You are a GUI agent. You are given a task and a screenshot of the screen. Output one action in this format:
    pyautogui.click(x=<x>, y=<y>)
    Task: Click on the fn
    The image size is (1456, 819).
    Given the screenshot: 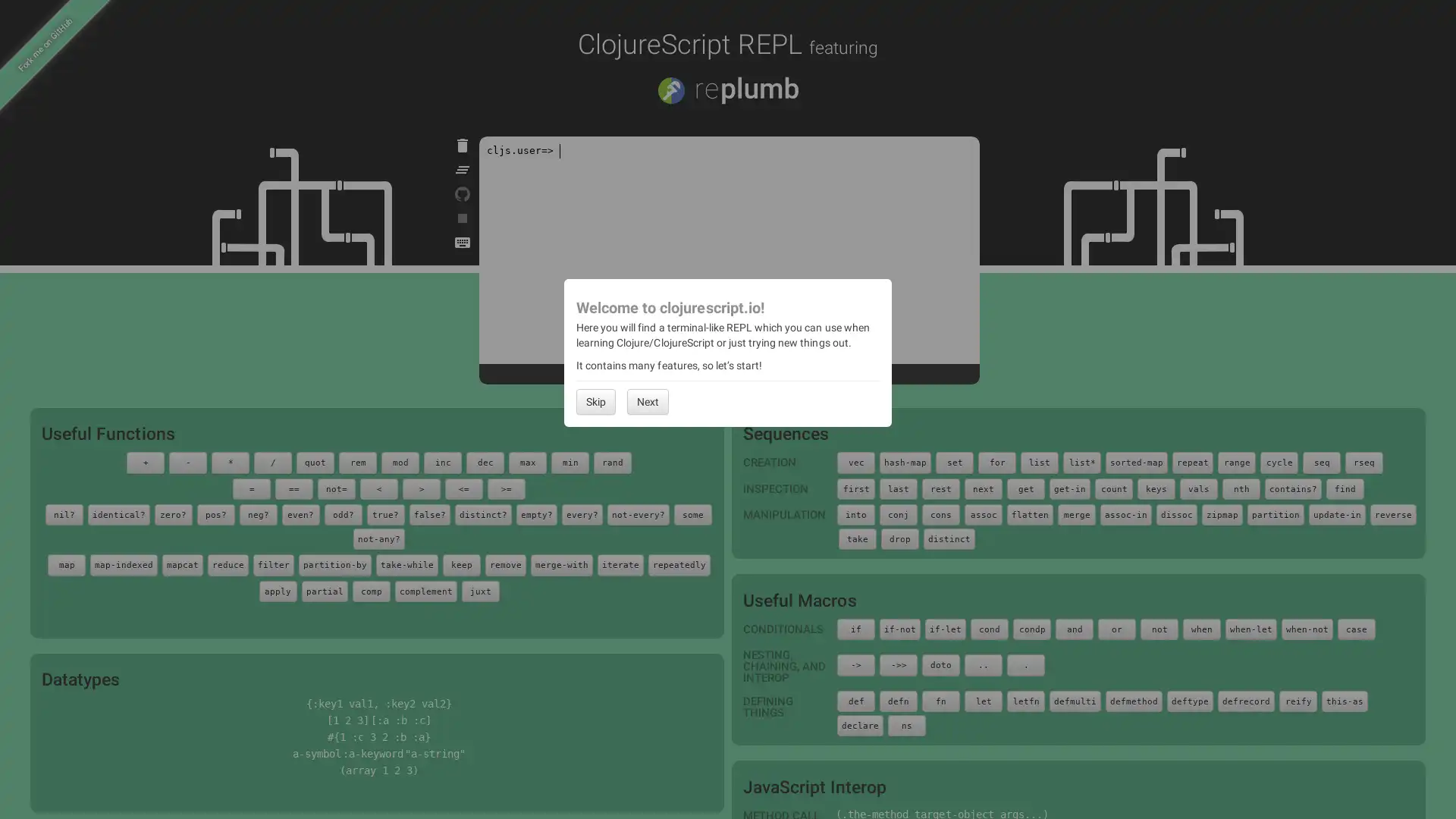 What is the action you would take?
    pyautogui.click(x=940, y=701)
    